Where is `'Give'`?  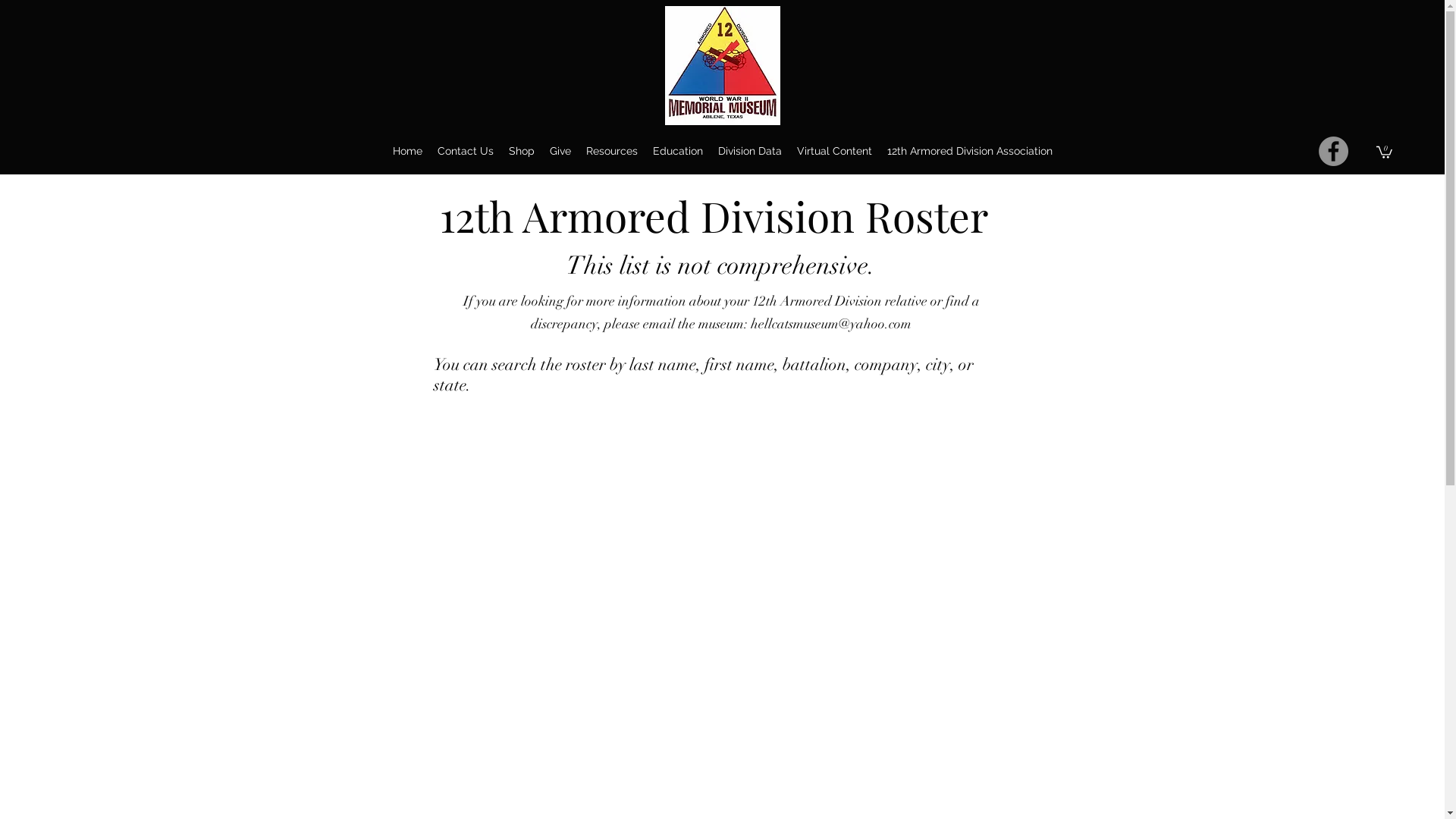
'Give' is located at coordinates (541, 151).